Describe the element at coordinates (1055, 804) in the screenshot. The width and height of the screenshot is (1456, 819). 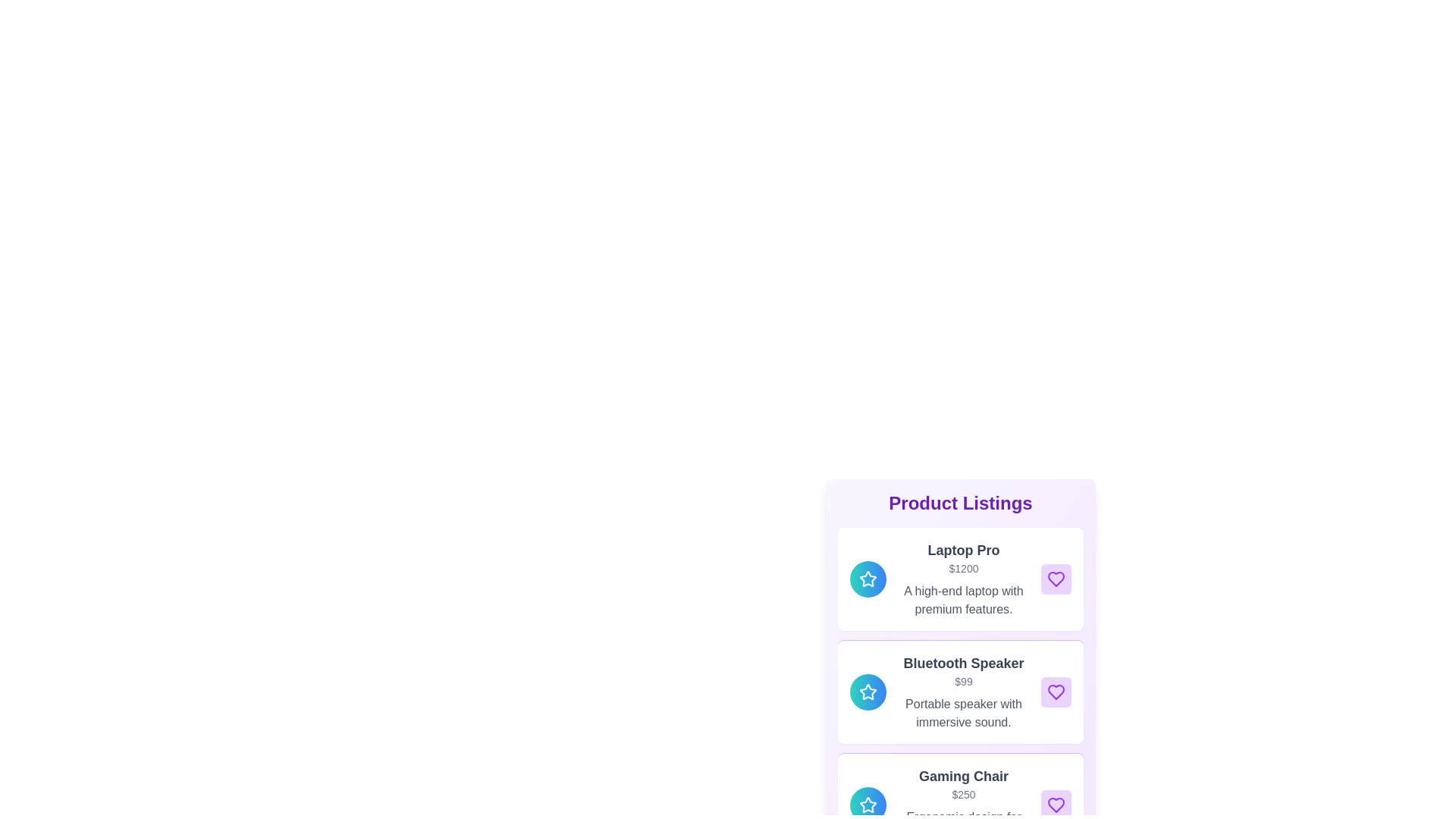
I see `'like' button for the product Gaming Chair` at that location.